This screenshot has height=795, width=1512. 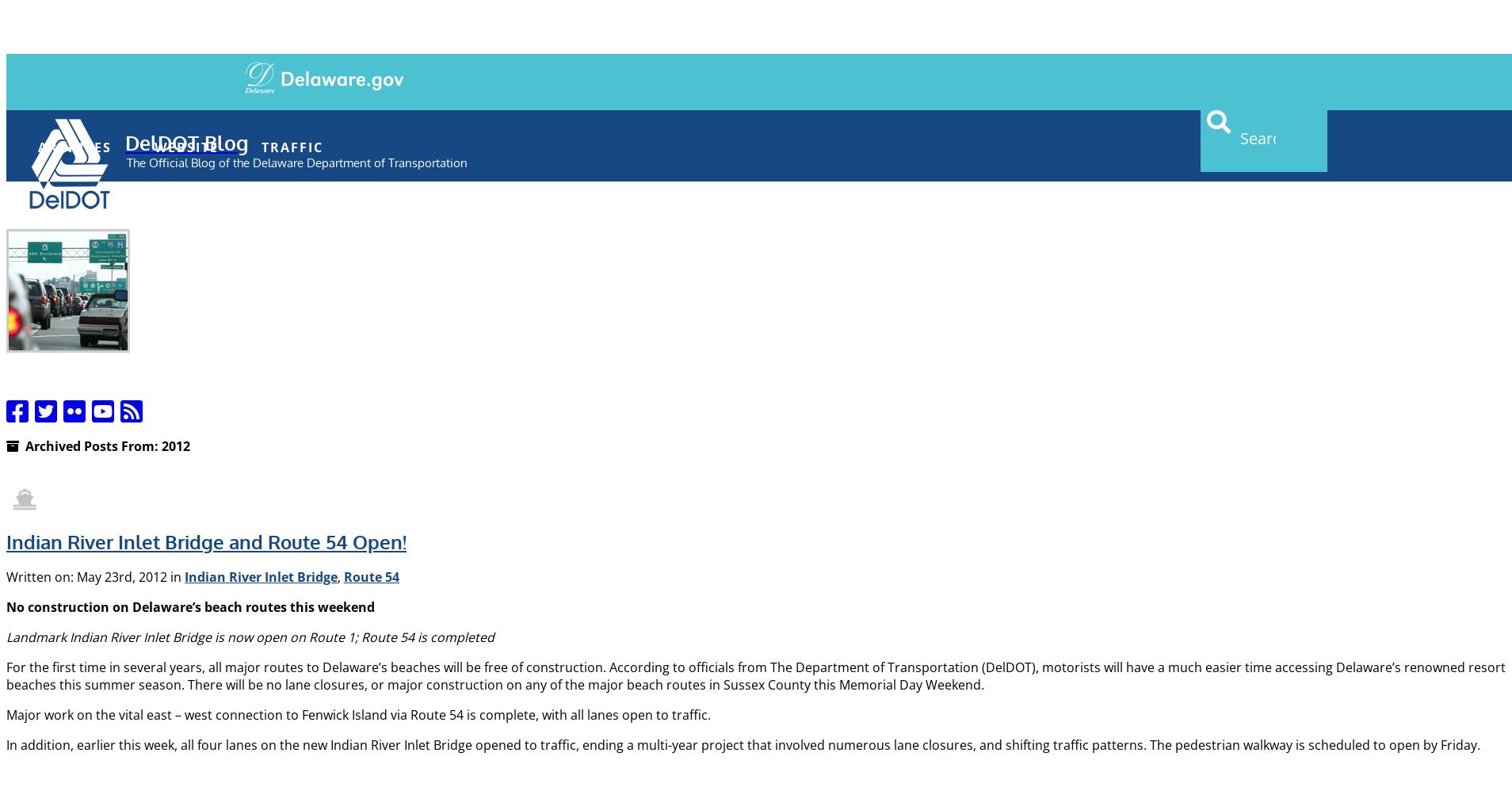 I want to click on 'No construction on Delaware’s beach routes this weekend', so click(x=190, y=606).